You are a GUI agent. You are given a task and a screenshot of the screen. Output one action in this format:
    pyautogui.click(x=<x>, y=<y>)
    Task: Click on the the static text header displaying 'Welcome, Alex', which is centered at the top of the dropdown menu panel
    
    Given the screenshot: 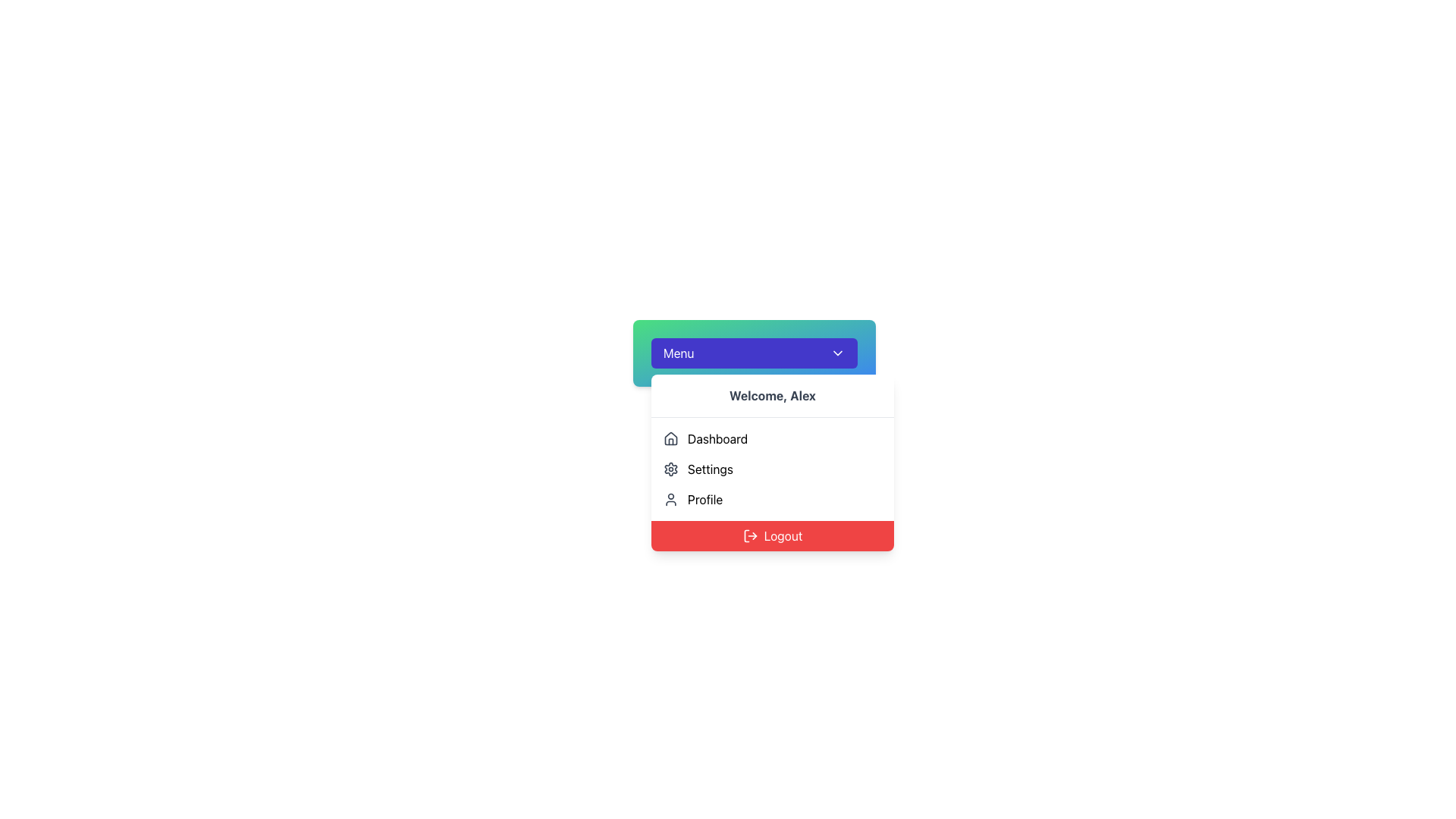 What is the action you would take?
    pyautogui.click(x=772, y=395)
    